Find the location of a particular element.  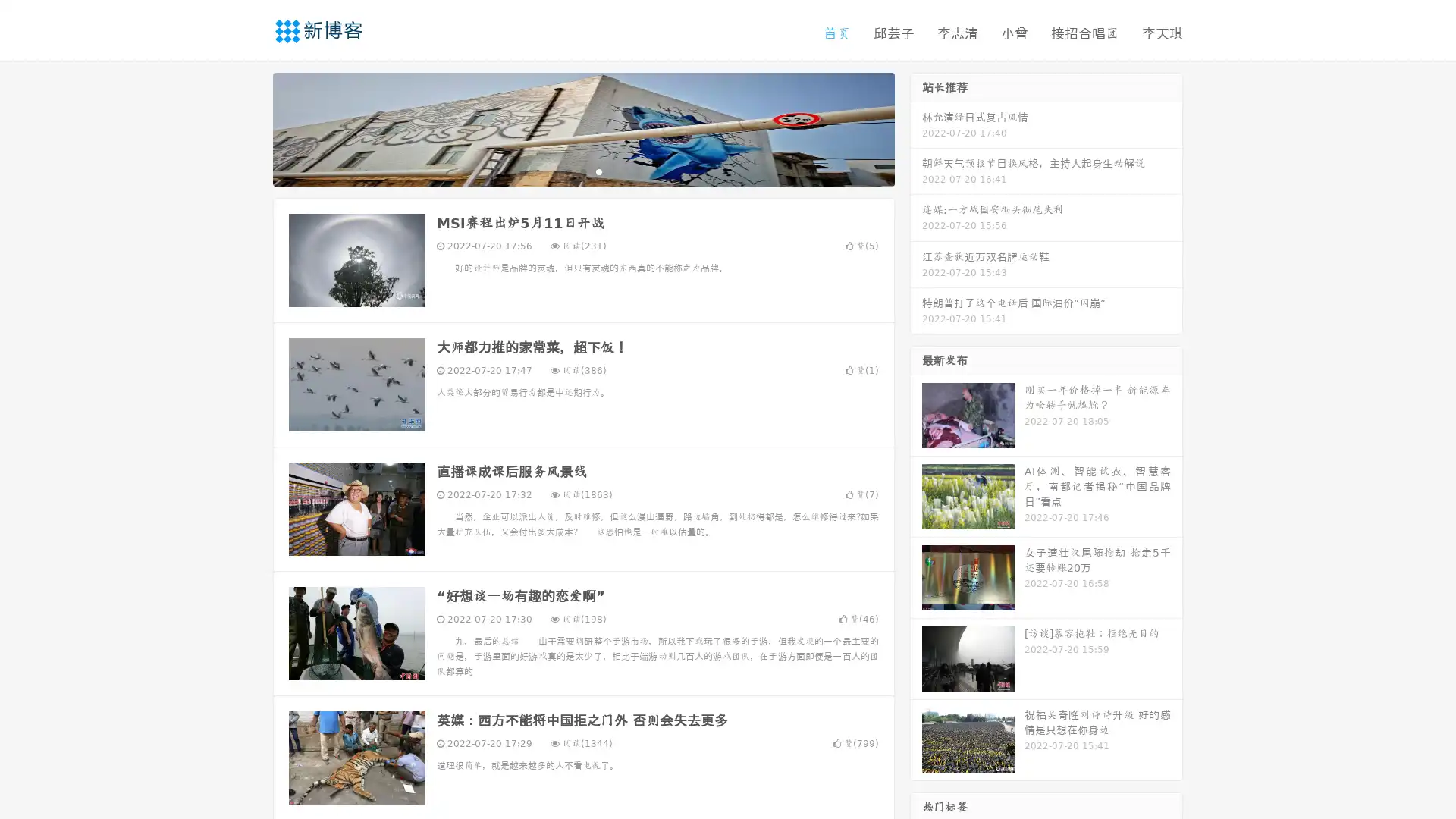

Previous slide is located at coordinates (250, 127).